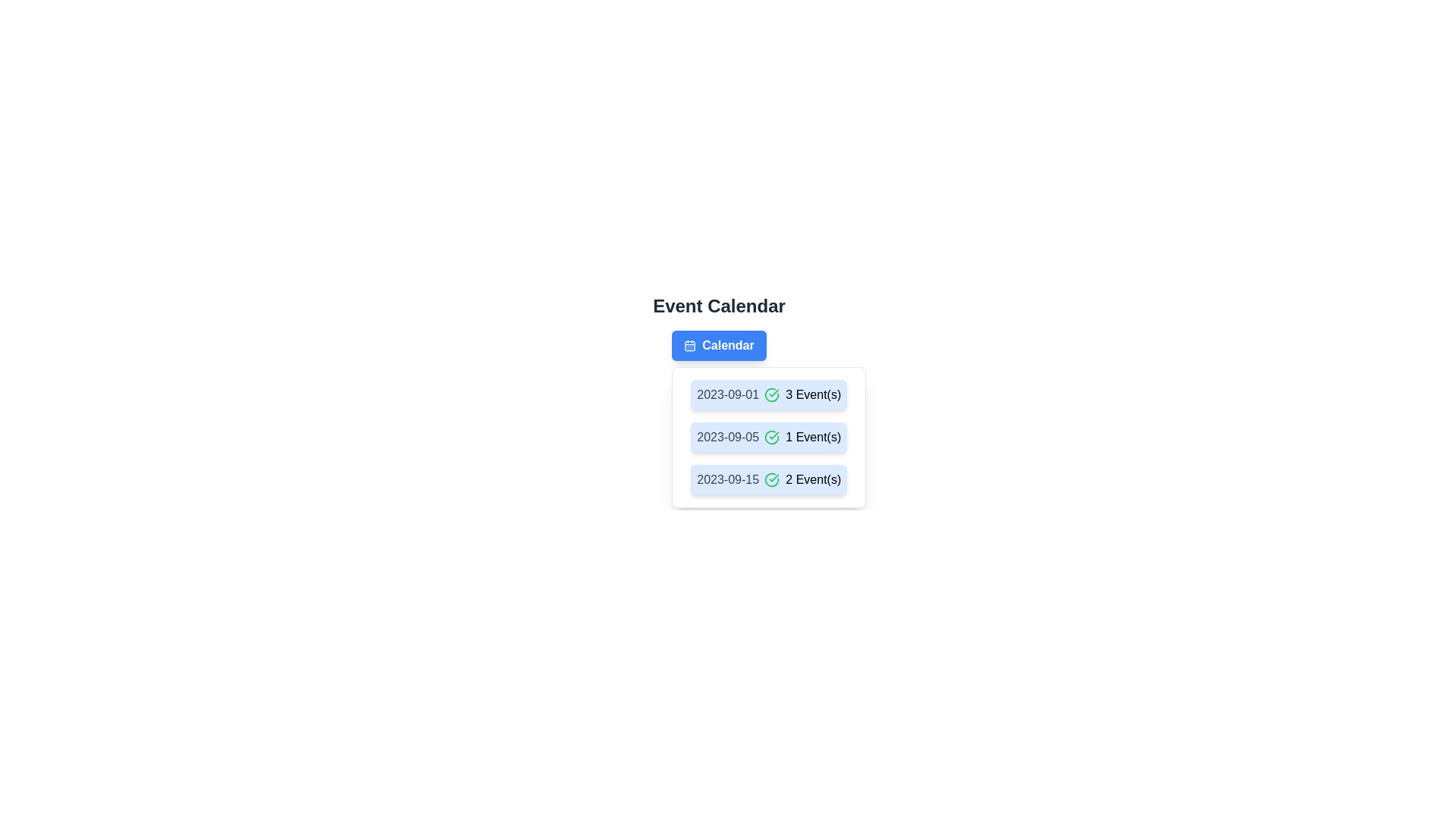 This screenshot has width=1456, height=819. I want to click on the date display text element located in the 'Event Calendar' section, specifically the second entry in the list, so click(728, 438).